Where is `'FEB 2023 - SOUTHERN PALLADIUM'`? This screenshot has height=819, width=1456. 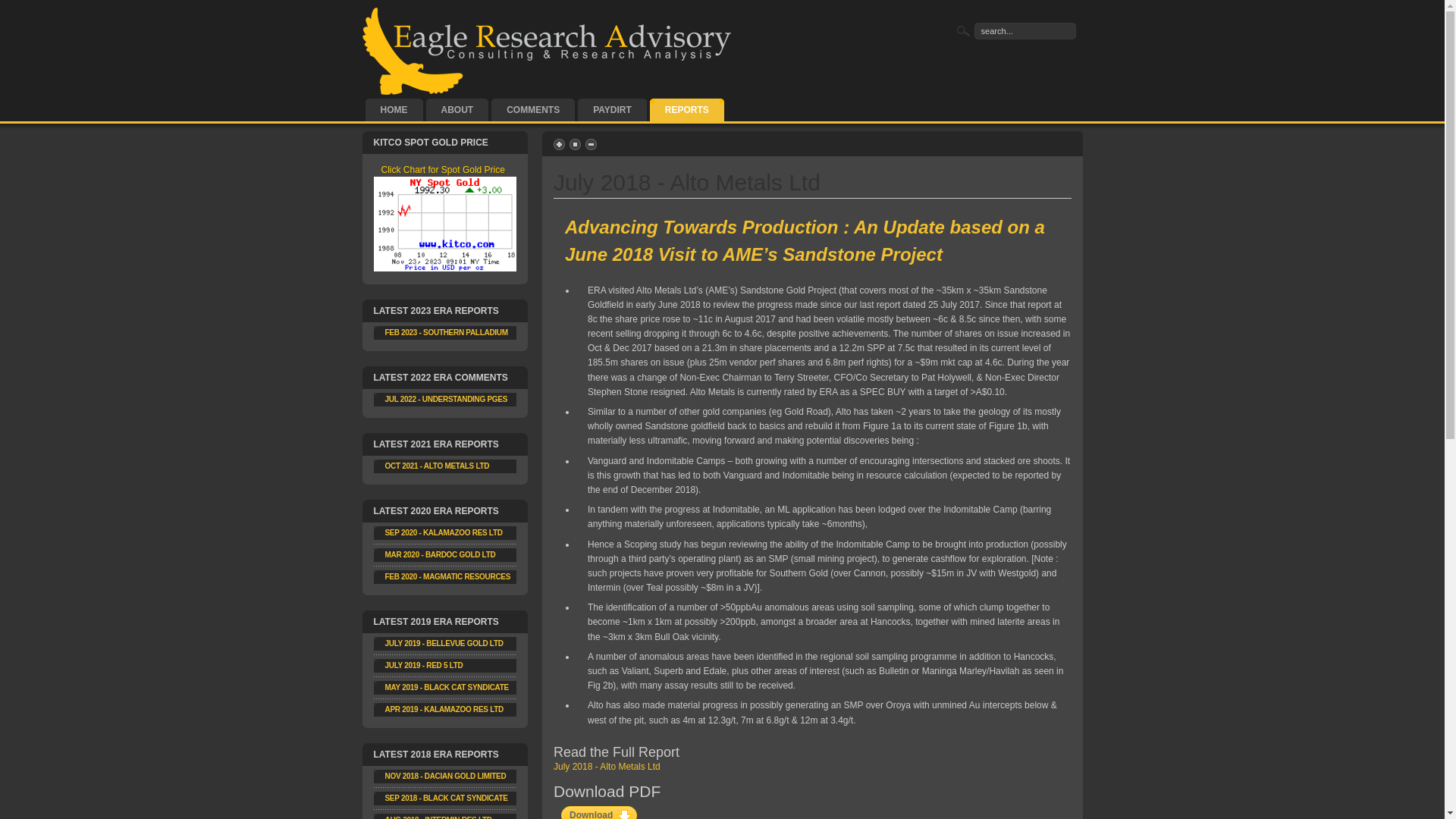 'FEB 2023 - SOUTHERN PALLADIUM' is located at coordinates (446, 331).